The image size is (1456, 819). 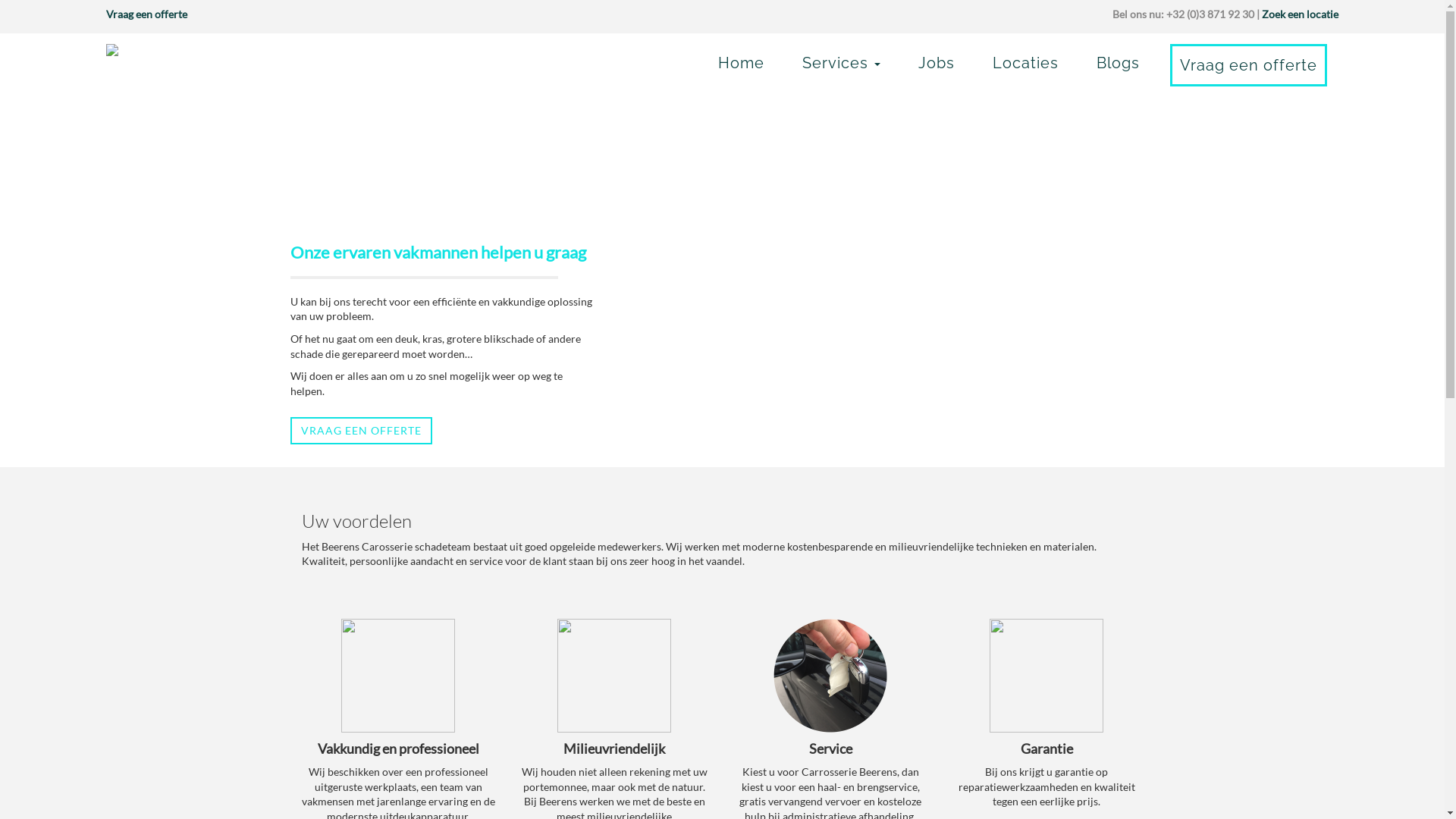 I want to click on 'Zoek een locatie', so click(x=1299, y=14).